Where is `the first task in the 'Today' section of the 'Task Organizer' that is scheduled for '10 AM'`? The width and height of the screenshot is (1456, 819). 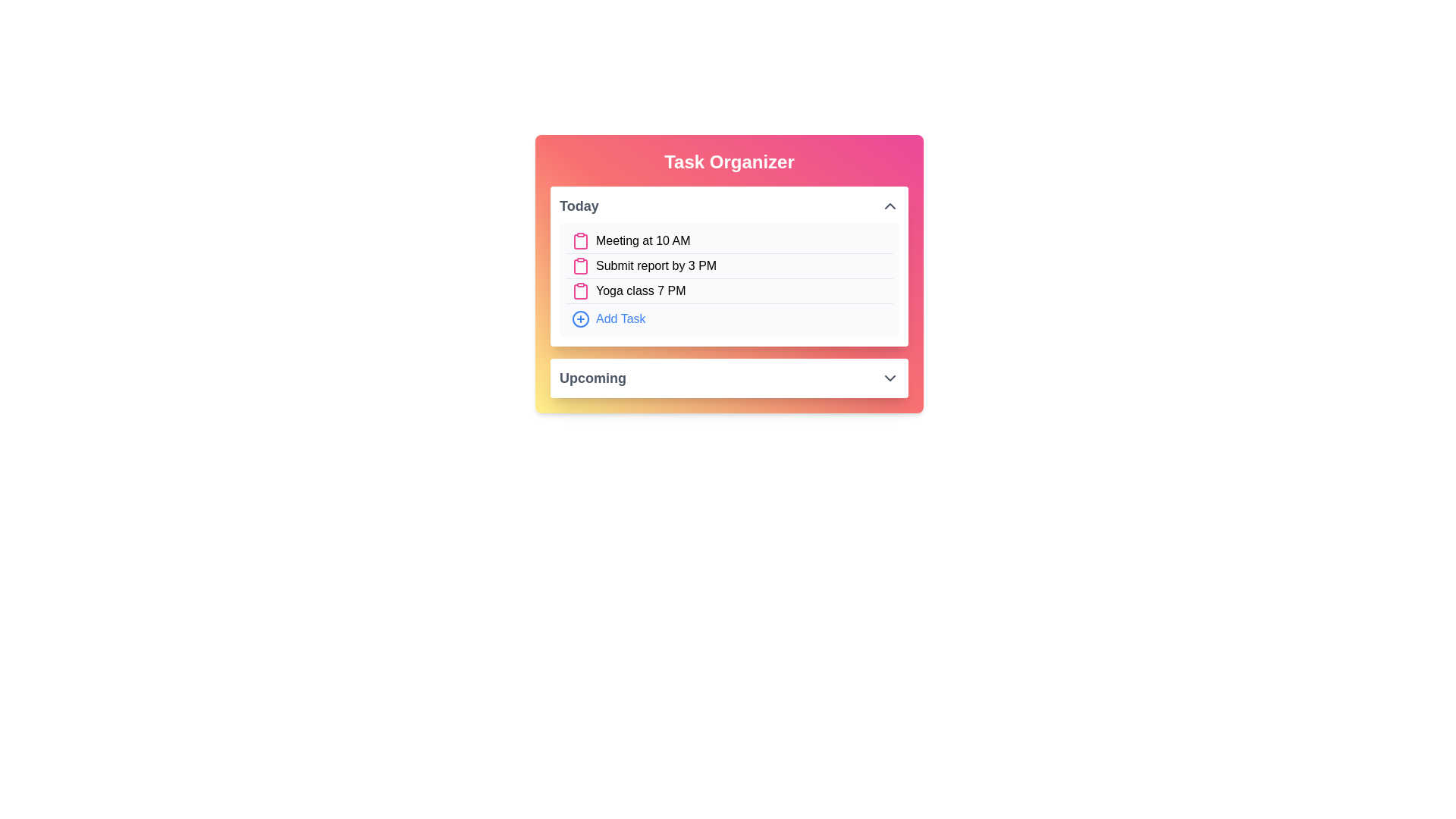 the first task in the 'Today' section of the 'Task Organizer' that is scheduled for '10 AM' is located at coordinates (729, 240).